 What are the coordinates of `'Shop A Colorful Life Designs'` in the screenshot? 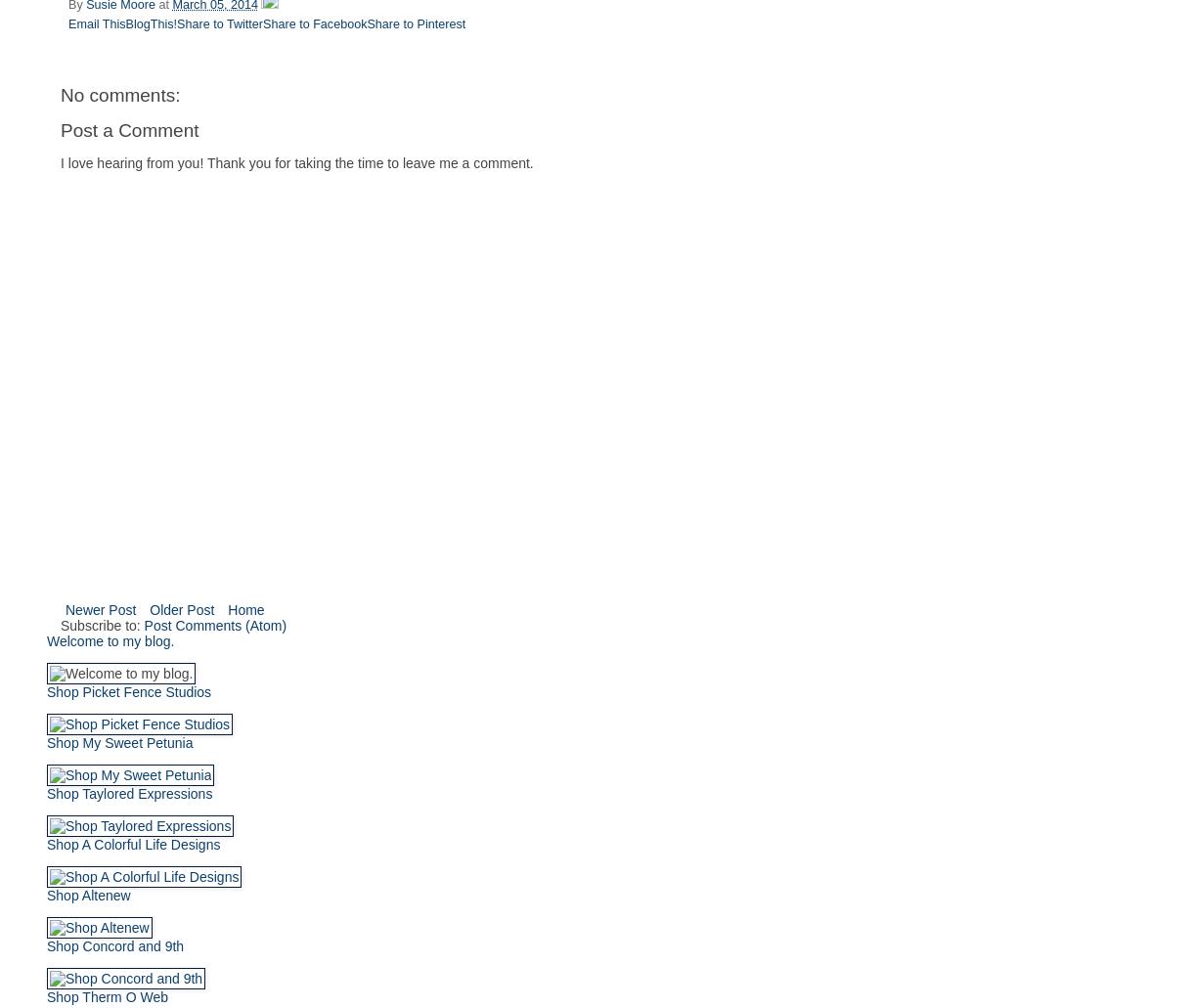 It's located at (132, 844).